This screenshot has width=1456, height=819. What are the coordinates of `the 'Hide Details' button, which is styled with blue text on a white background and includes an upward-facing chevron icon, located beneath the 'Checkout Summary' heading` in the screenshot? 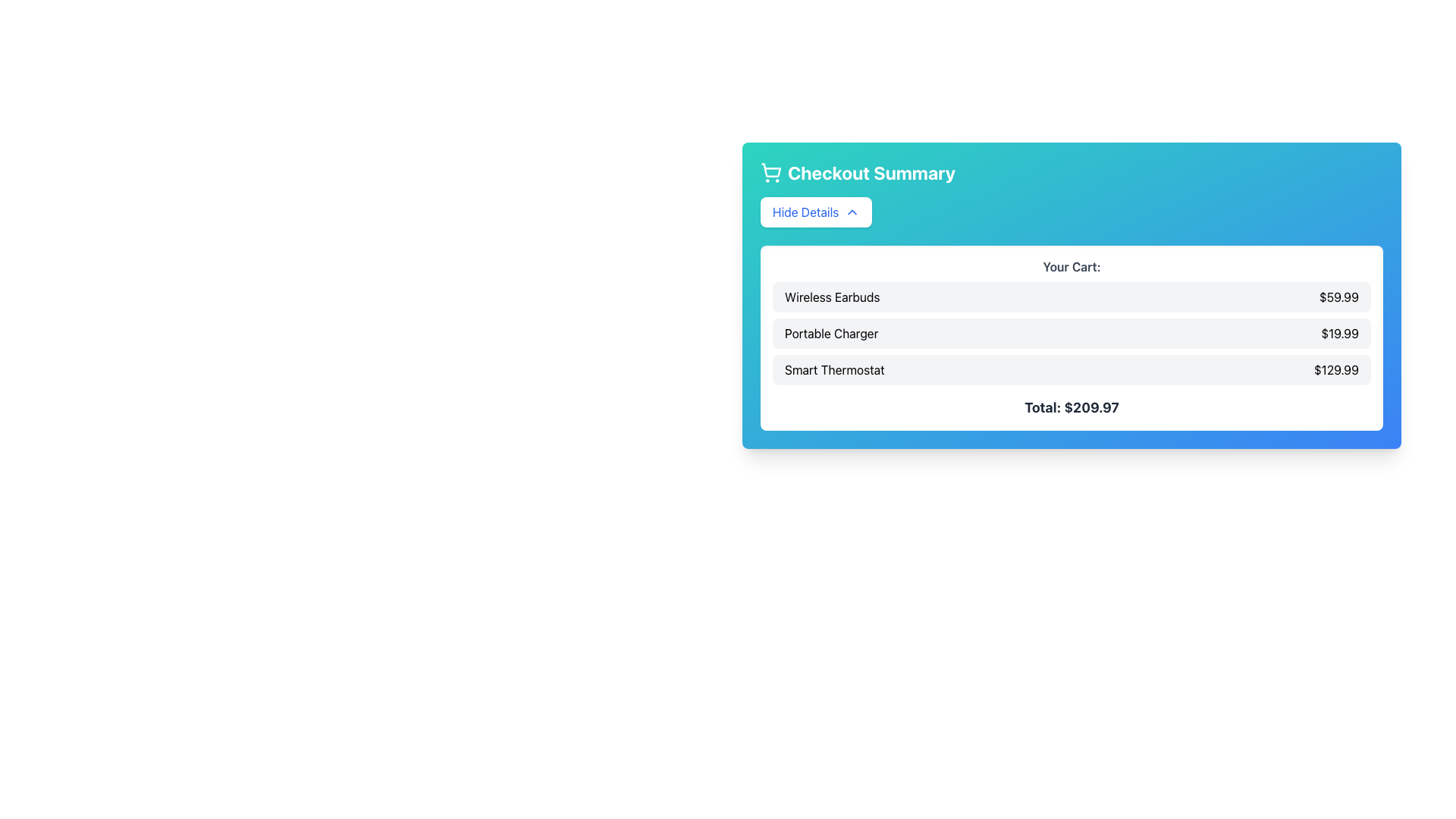 It's located at (815, 212).